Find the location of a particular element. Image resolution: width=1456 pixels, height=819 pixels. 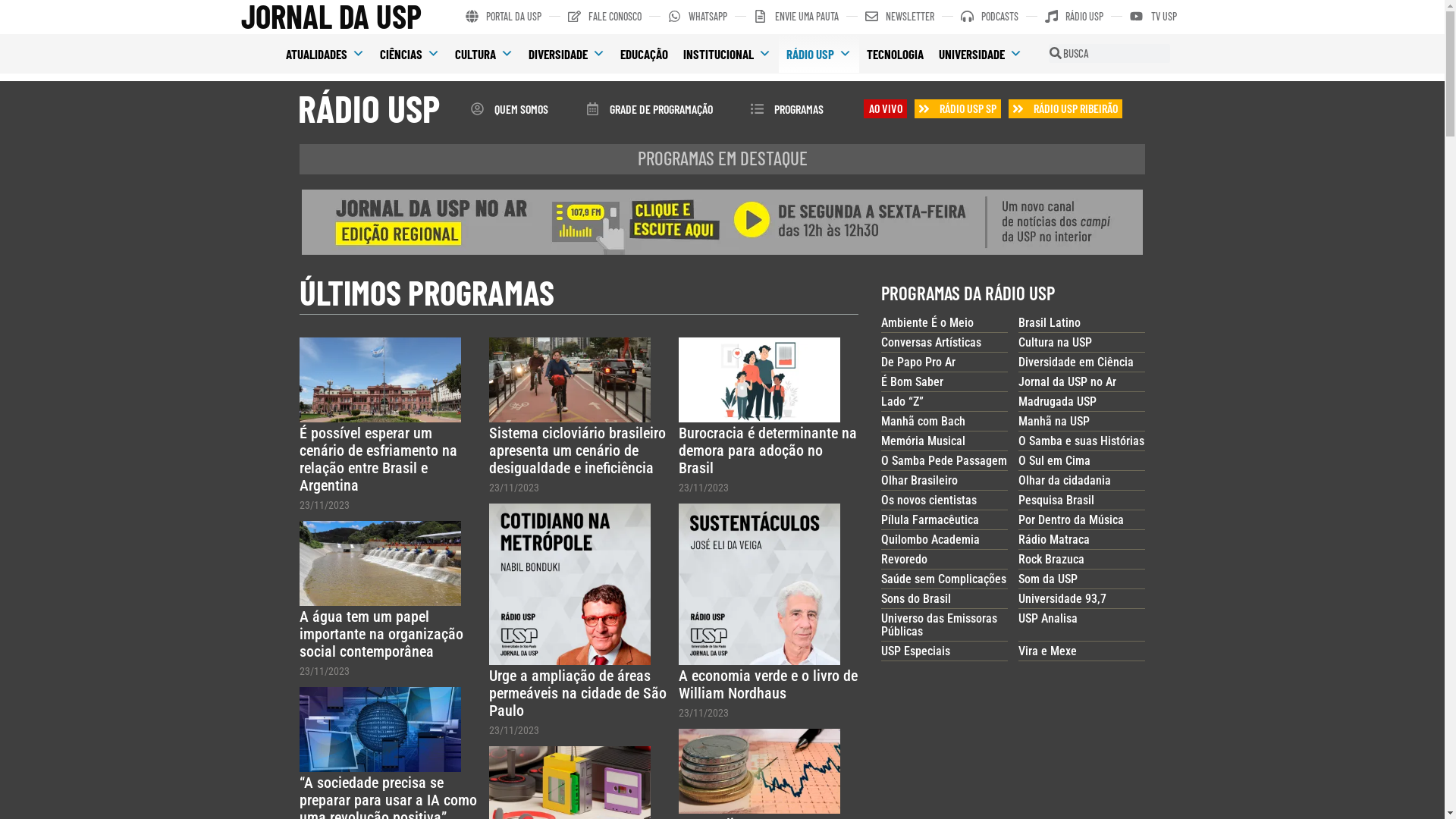

'FALE CONOSCO' is located at coordinates (604, 16).